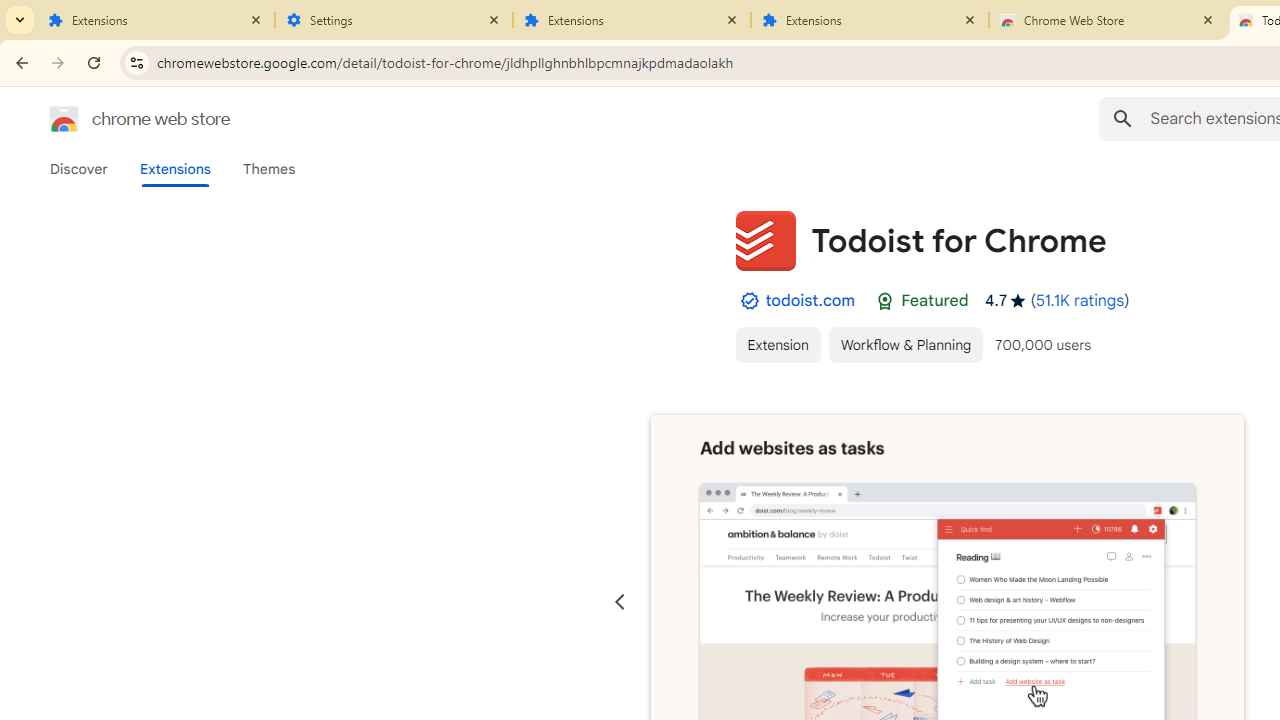 The height and width of the screenshot is (720, 1280). What do you see at coordinates (1107, 20) in the screenshot?
I see `'Chrome Web Store'` at bounding box center [1107, 20].